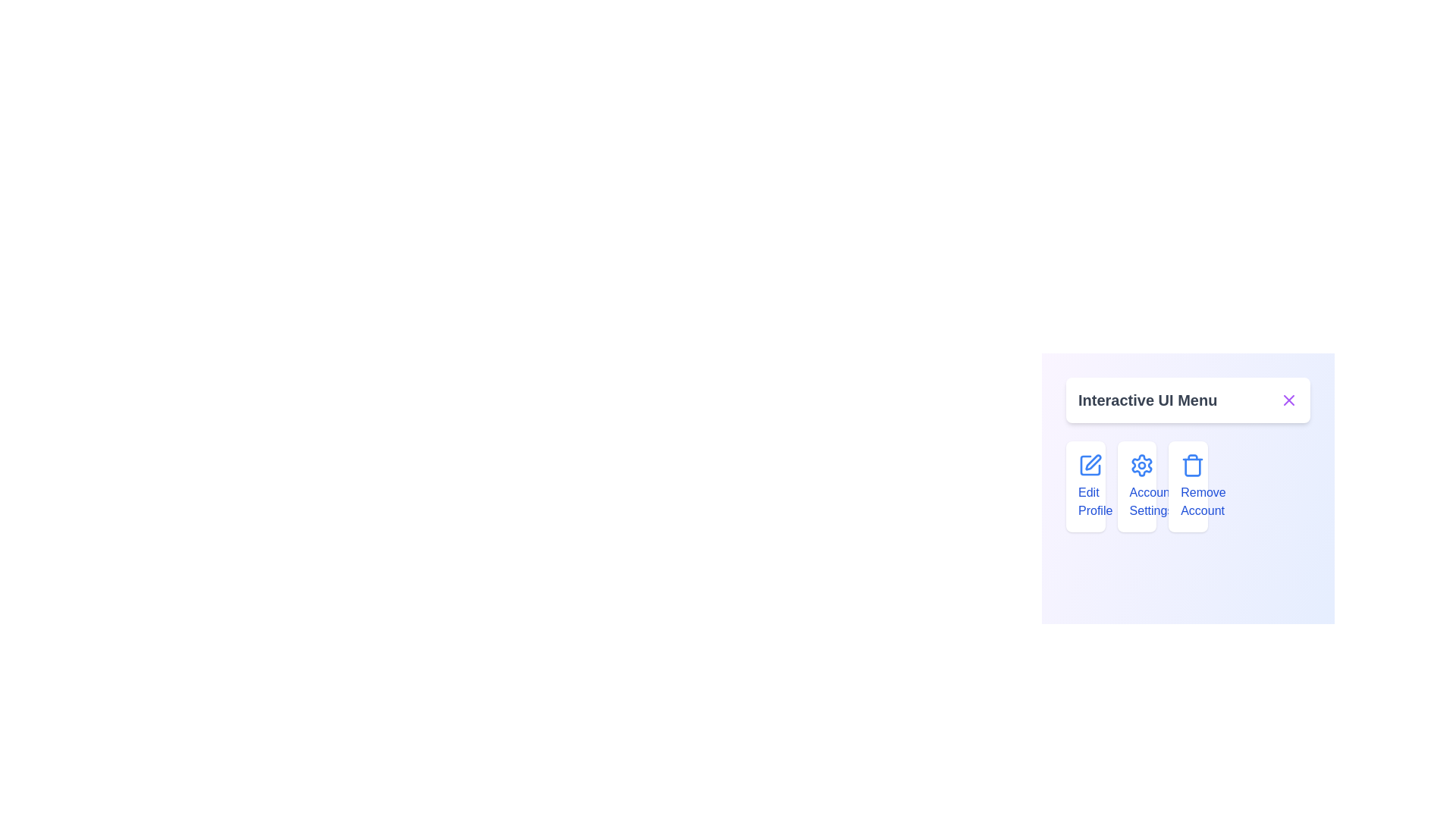 The image size is (1456, 819). Describe the element at coordinates (1137, 486) in the screenshot. I see `the 'Account Settings' menu item` at that location.